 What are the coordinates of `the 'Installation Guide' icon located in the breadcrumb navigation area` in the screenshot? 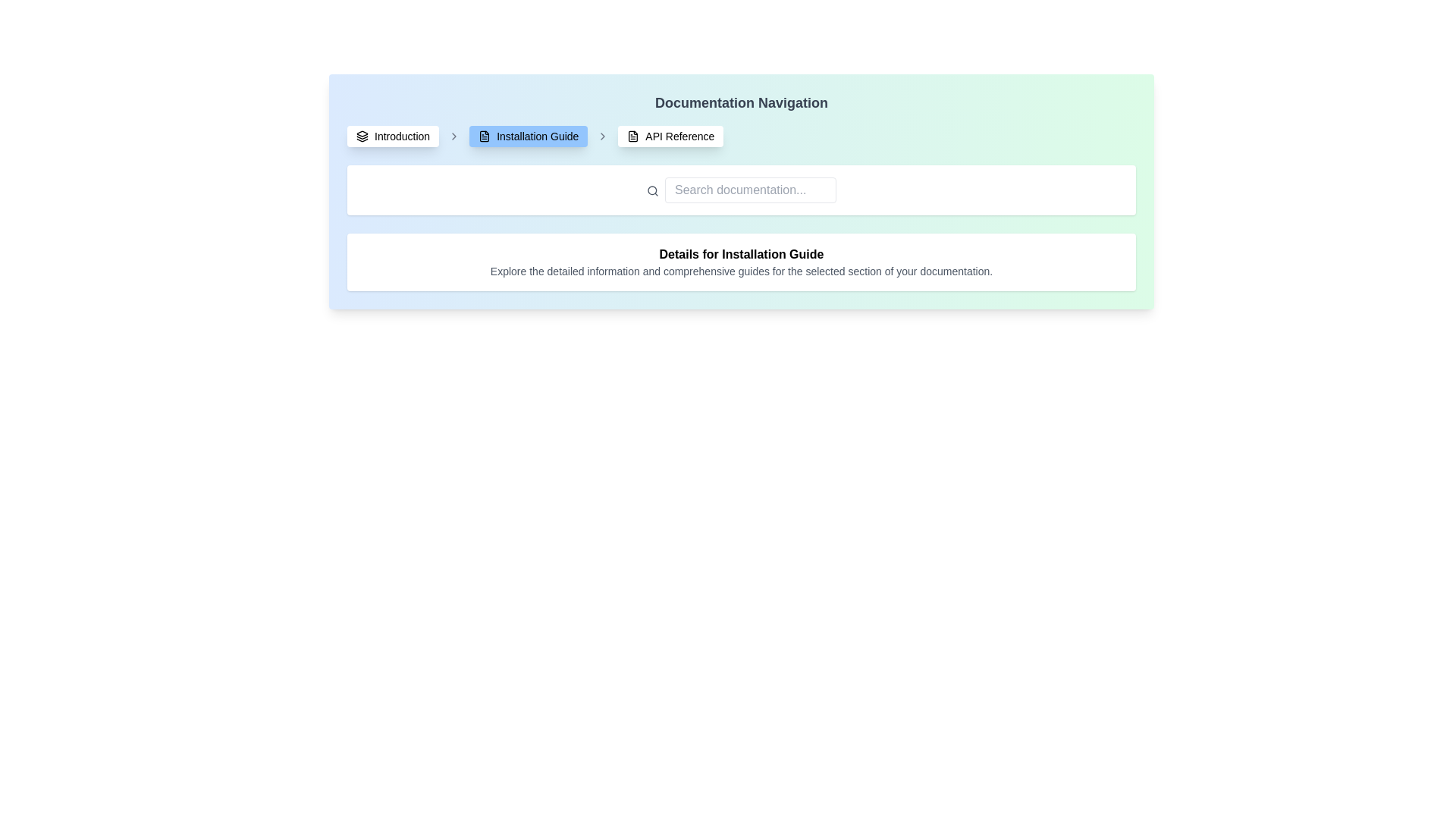 It's located at (484, 136).